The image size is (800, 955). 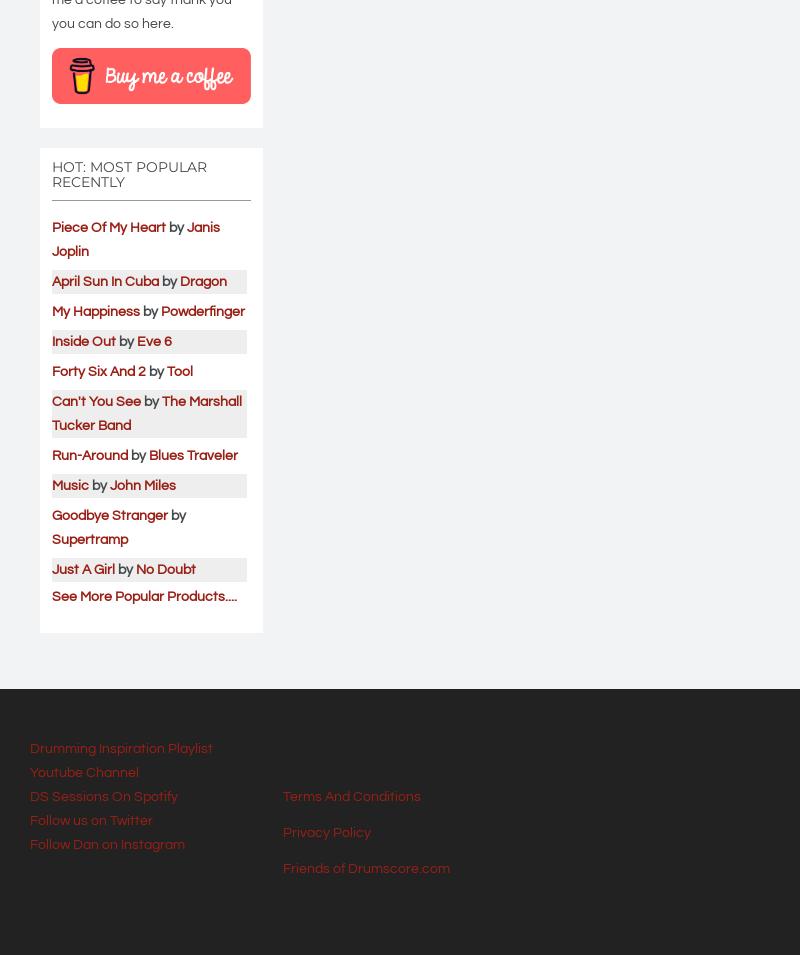 What do you see at coordinates (144, 596) in the screenshot?
I see `'See More Popular Products....'` at bounding box center [144, 596].